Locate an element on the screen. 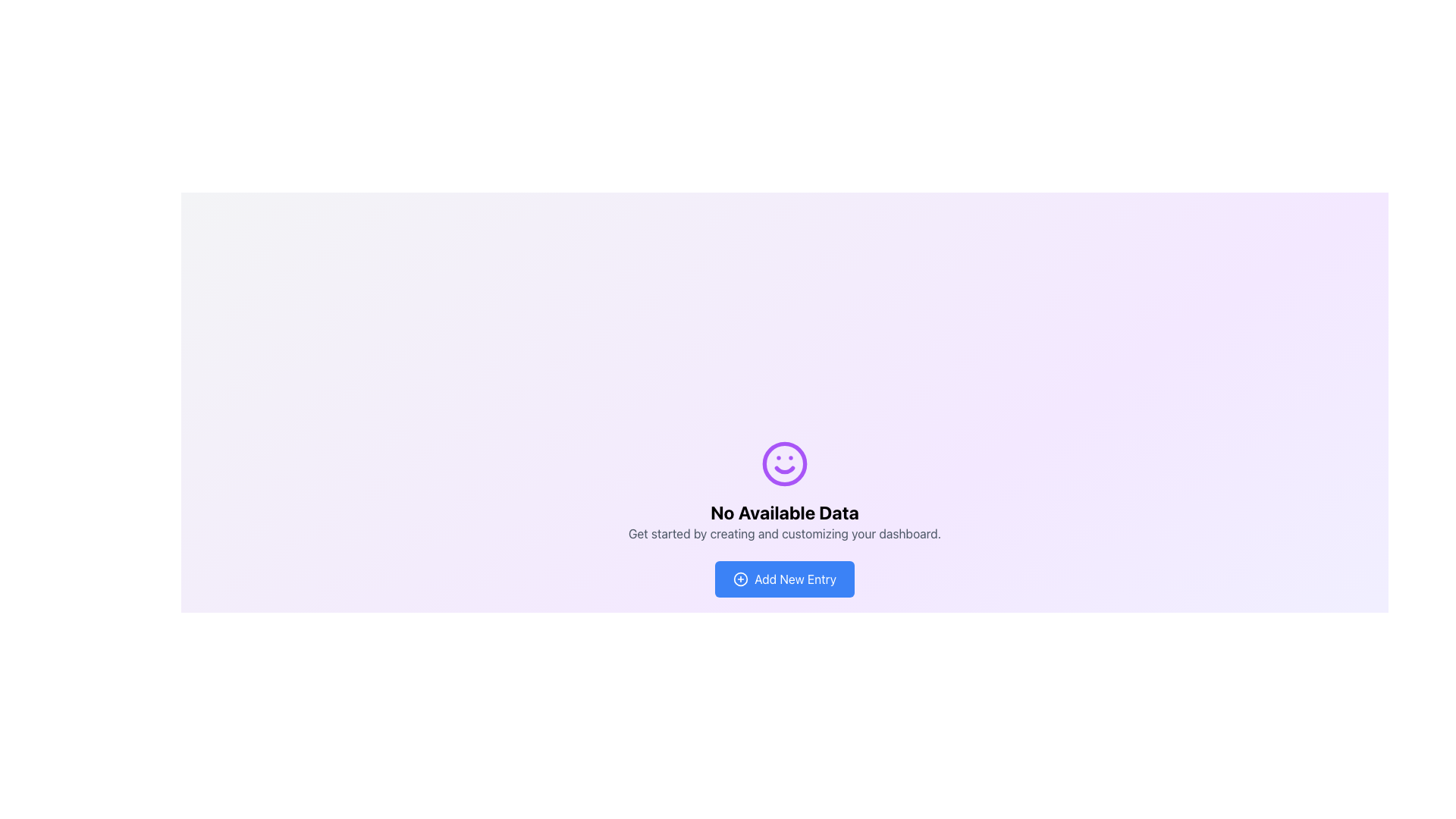  the bold, large-sized text block displaying 'No Available Data', which is centered above the text 'Get started by creating and customizing your dashboard.' is located at coordinates (785, 512).